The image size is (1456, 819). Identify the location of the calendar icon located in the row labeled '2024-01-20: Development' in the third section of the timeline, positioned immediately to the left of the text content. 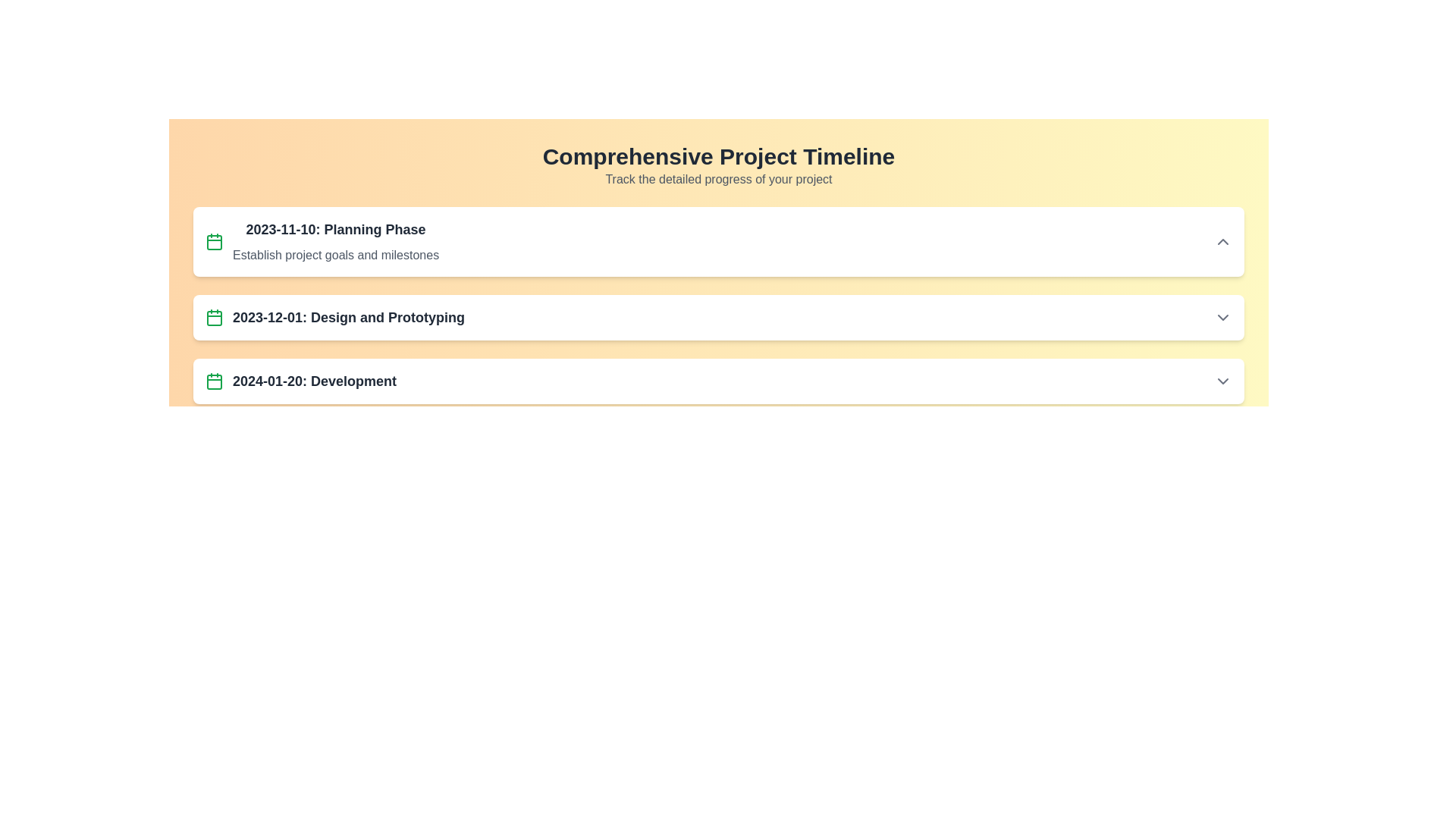
(214, 380).